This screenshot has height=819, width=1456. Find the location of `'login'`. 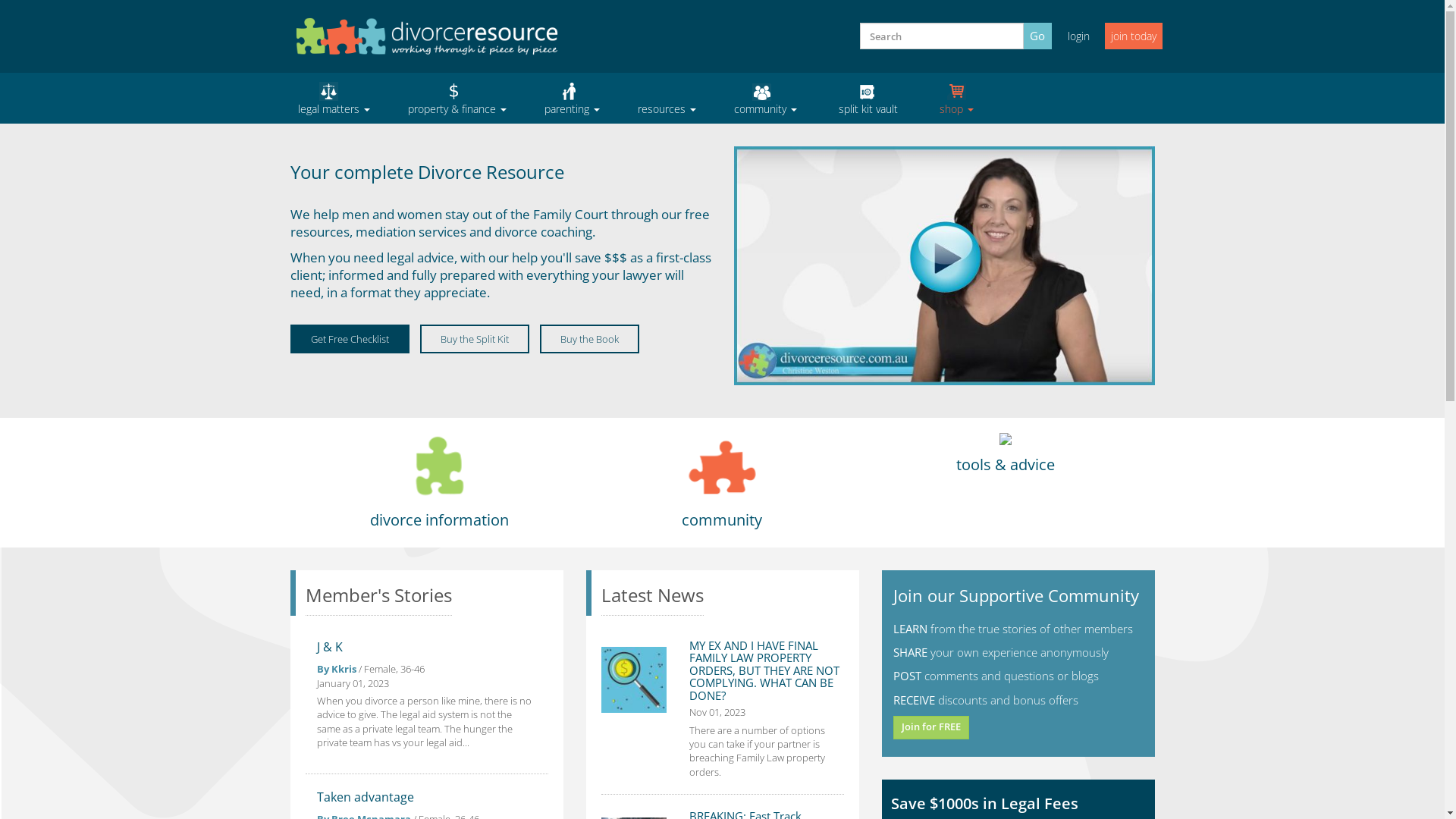

'login' is located at coordinates (1055, 34).